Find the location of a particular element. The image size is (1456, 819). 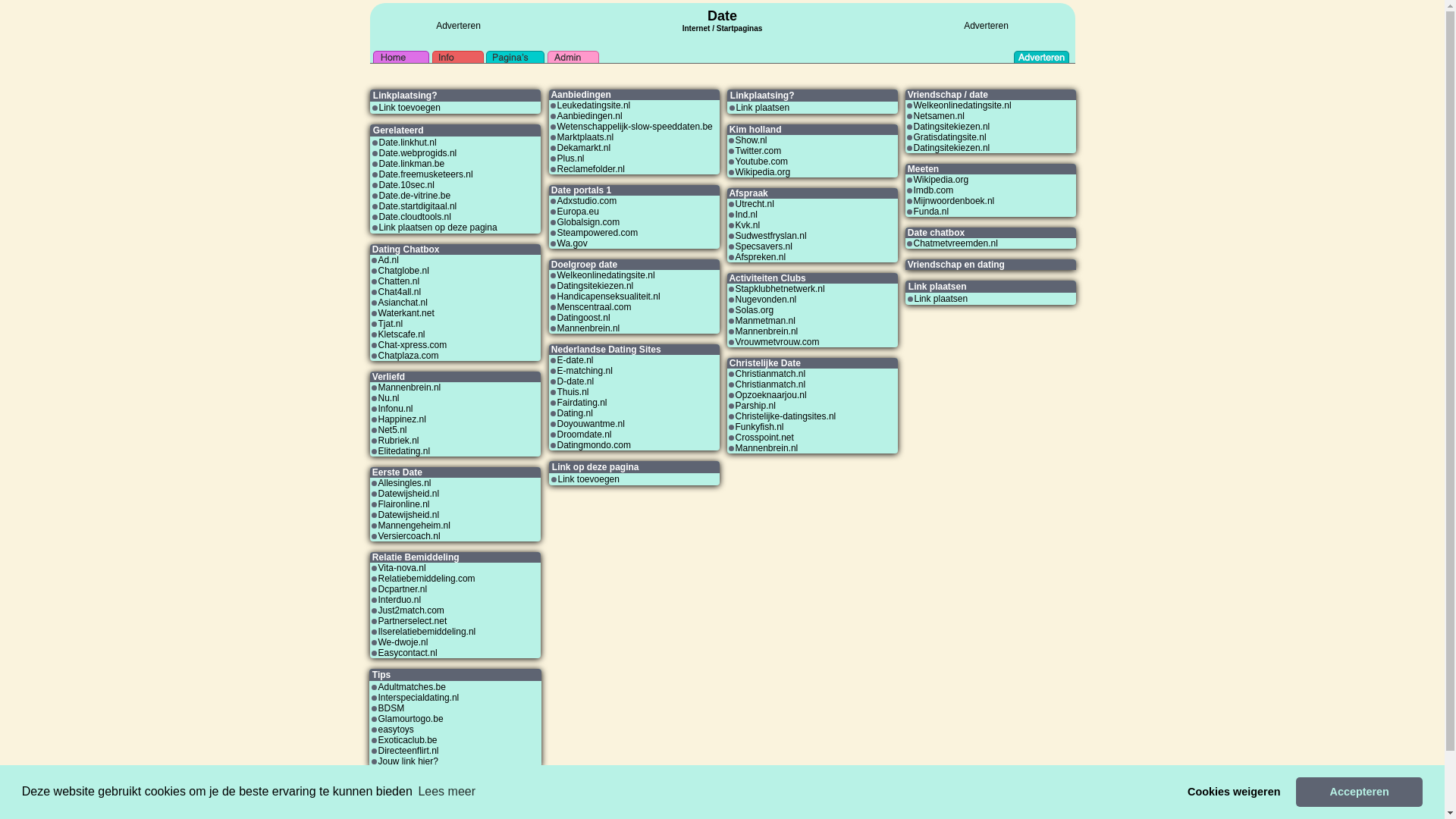

'Chatten.nl' is located at coordinates (398, 281).